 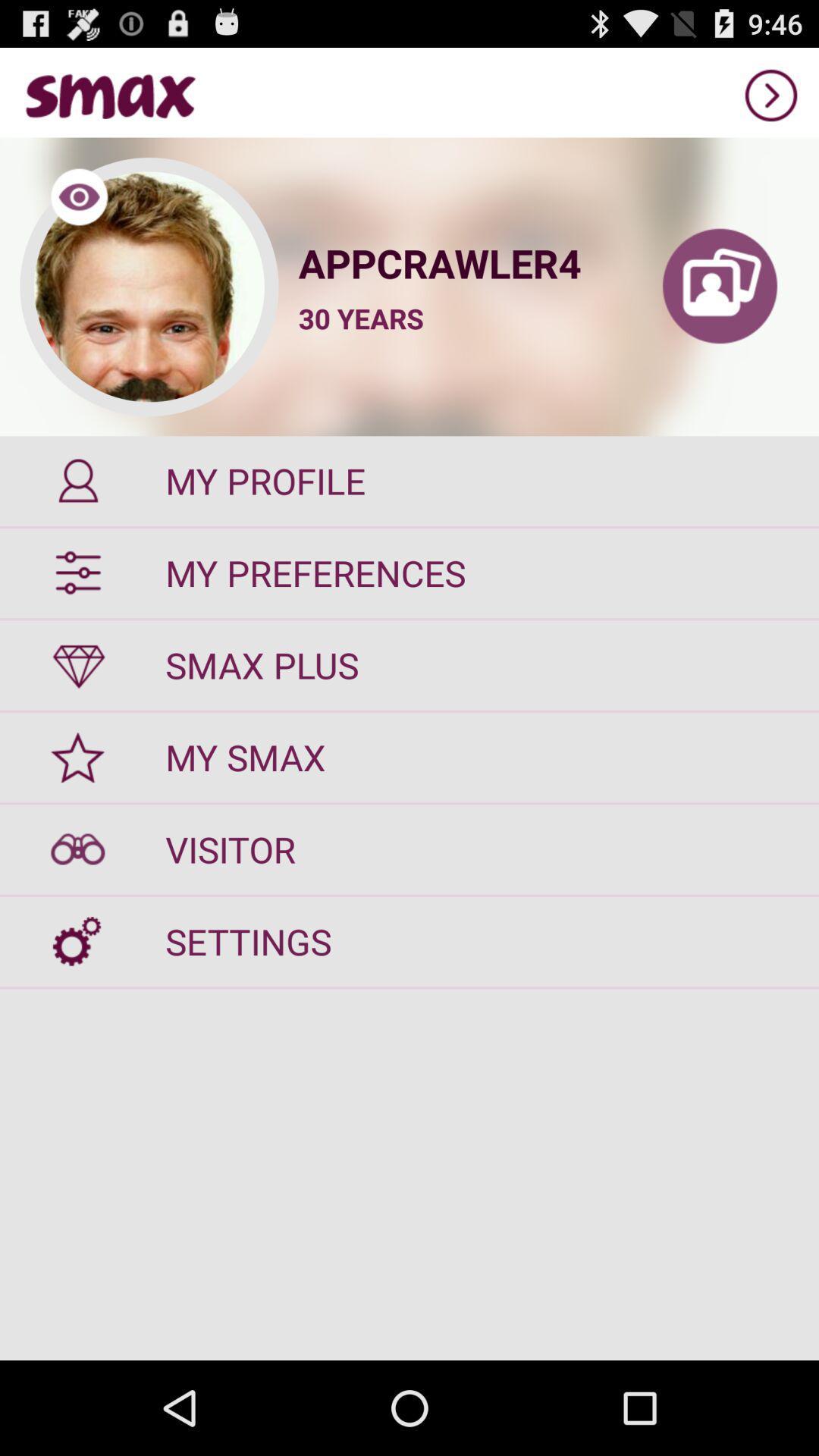 I want to click on the app above 30 years icon, so click(x=459, y=262).